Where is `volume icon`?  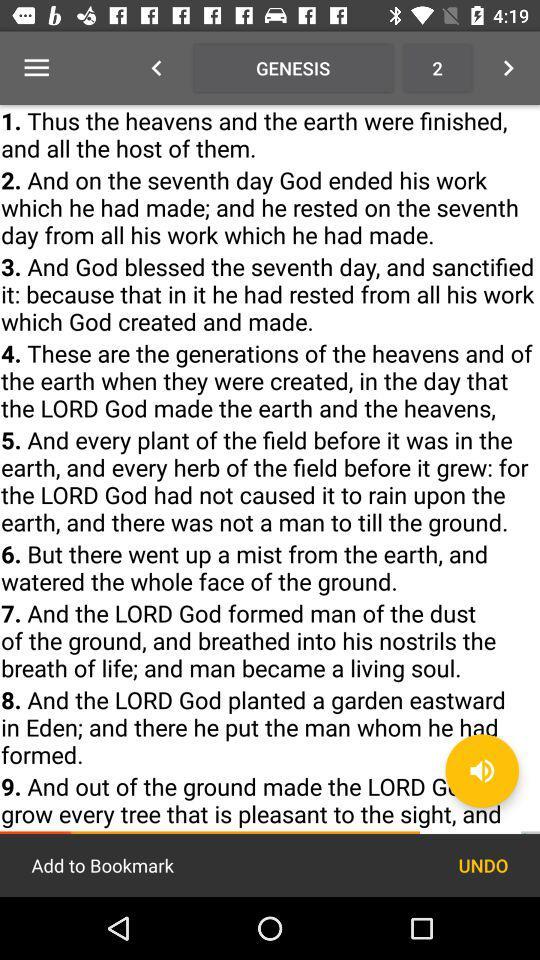
volume icon is located at coordinates (481, 769).